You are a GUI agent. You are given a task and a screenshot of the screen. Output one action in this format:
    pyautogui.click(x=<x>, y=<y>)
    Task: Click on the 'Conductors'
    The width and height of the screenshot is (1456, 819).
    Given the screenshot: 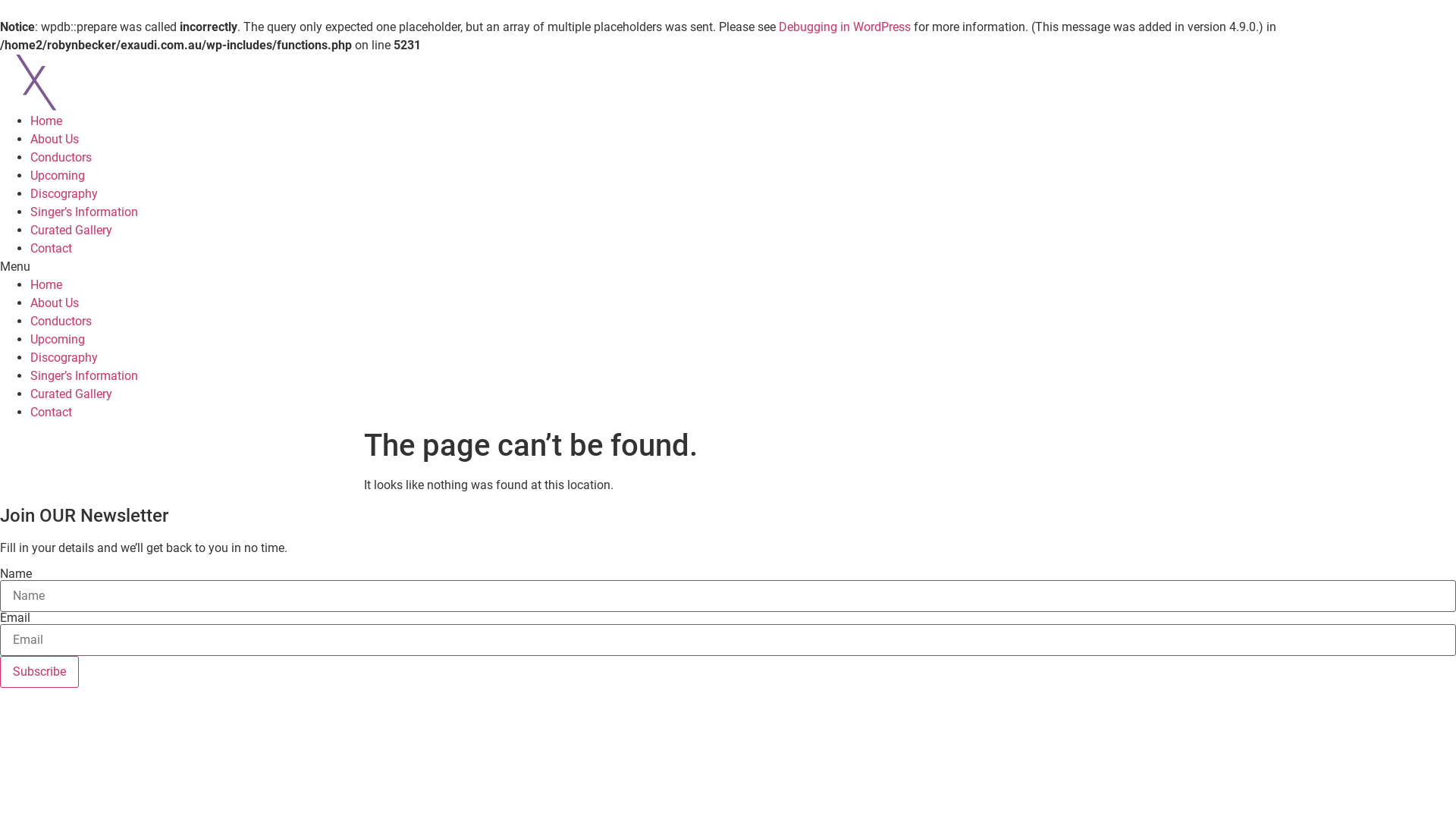 What is the action you would take?
    pyautogui.click(x=61, y=320)
    